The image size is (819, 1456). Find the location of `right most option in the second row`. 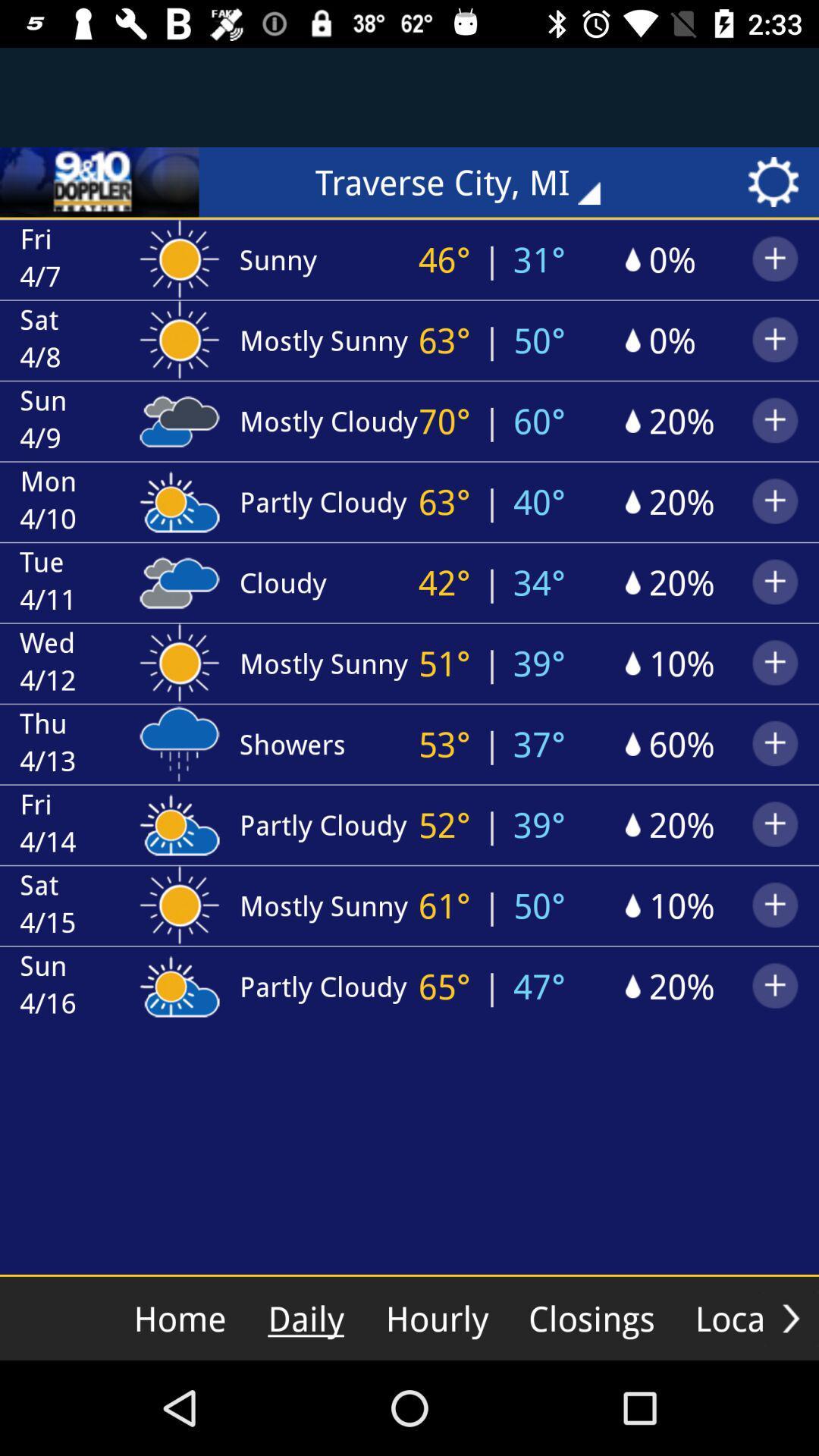

right most option in the second row is located at coordinates (775, 256).